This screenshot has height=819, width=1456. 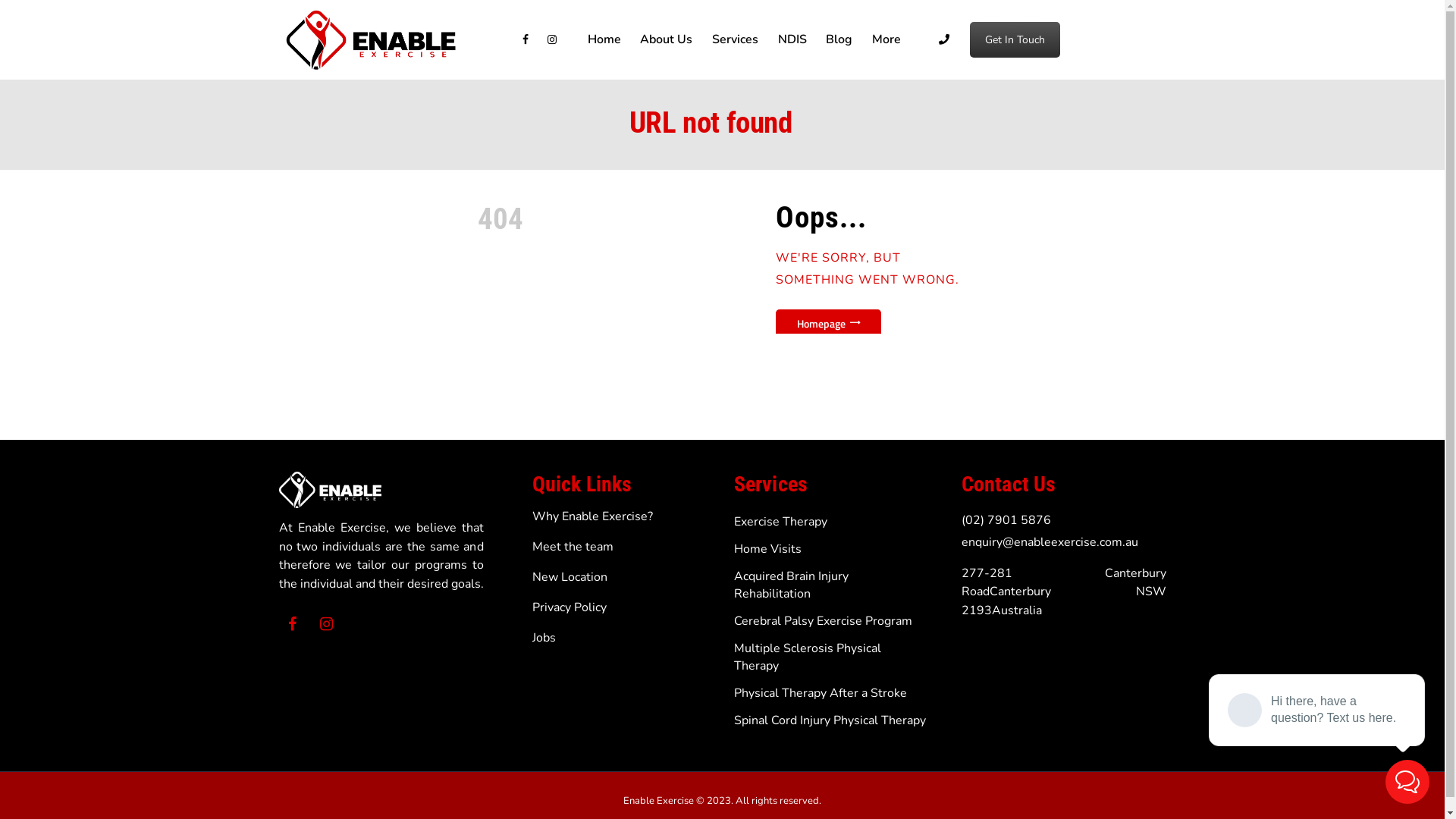 I want to click on 'New Location', so click(x=569, y=576).